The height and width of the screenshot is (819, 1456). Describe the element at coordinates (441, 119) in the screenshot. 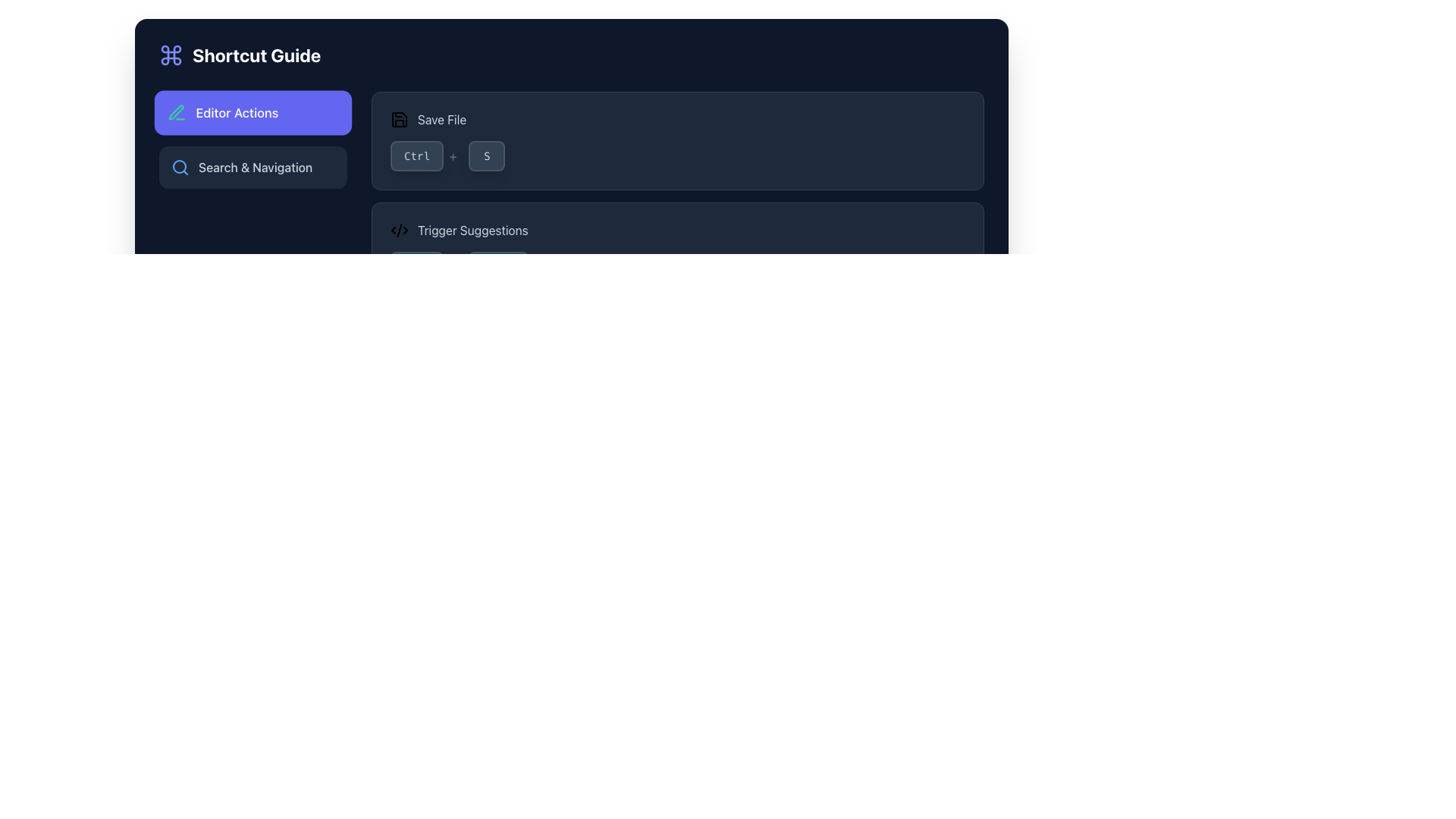

I see `the 'Save File' label, which is styled with a light slate color and positioned to the right of a save icon in the top-right area of the UI` at that location.